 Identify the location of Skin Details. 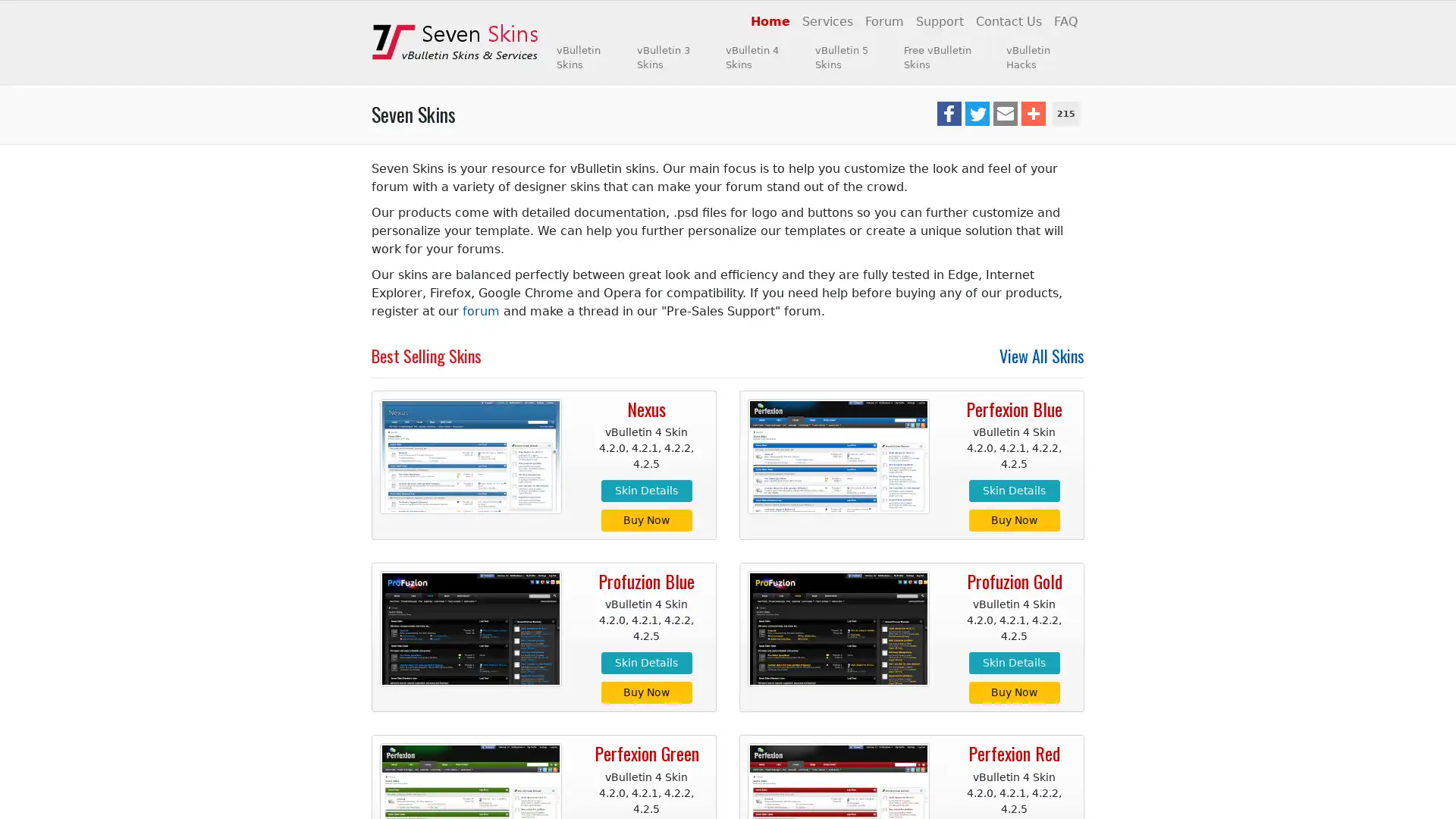
(1014, 662).